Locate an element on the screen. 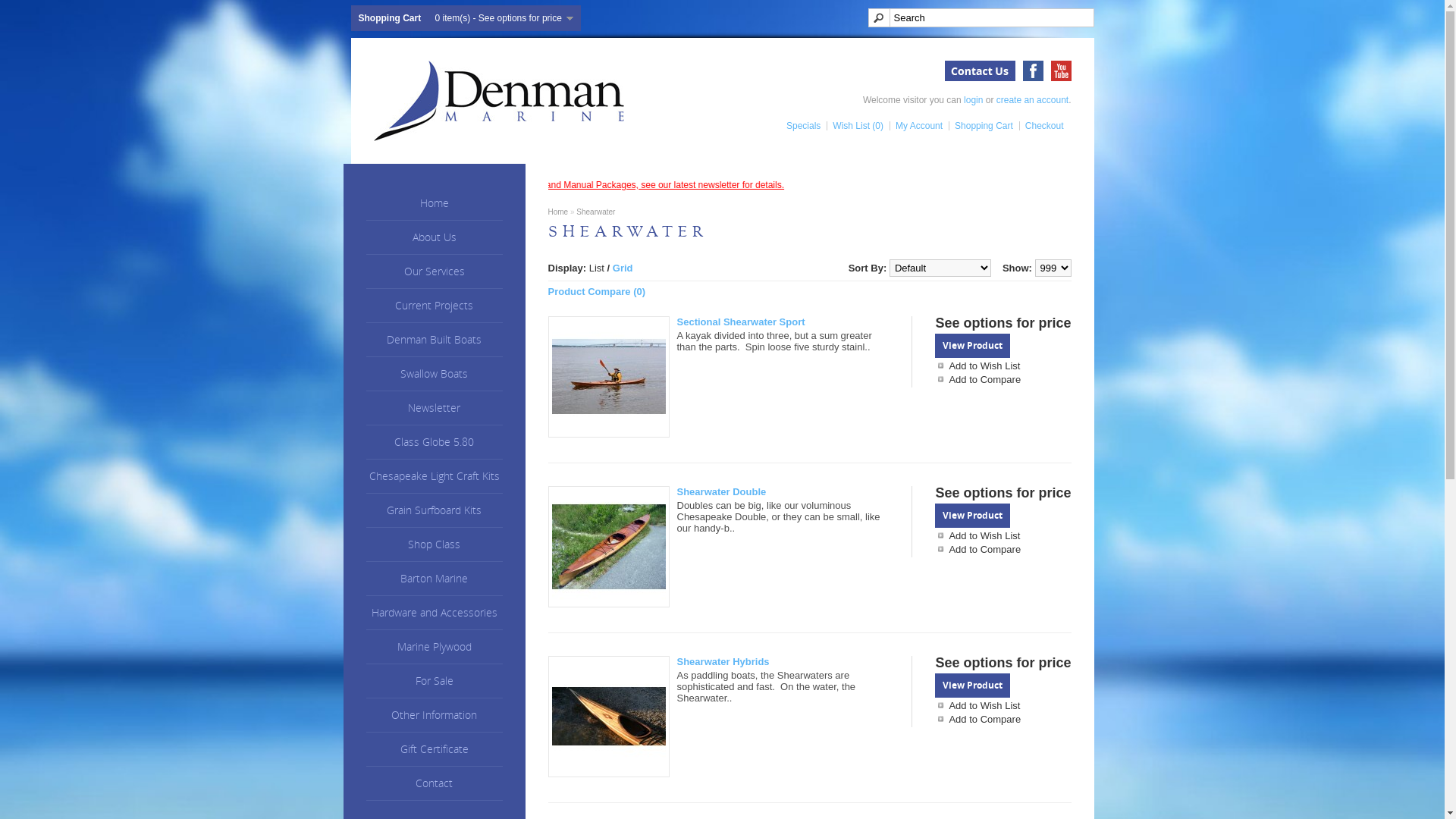 This screenshot has width=1456, height=819. 'Other Information' is located at coordinates (432, 715).